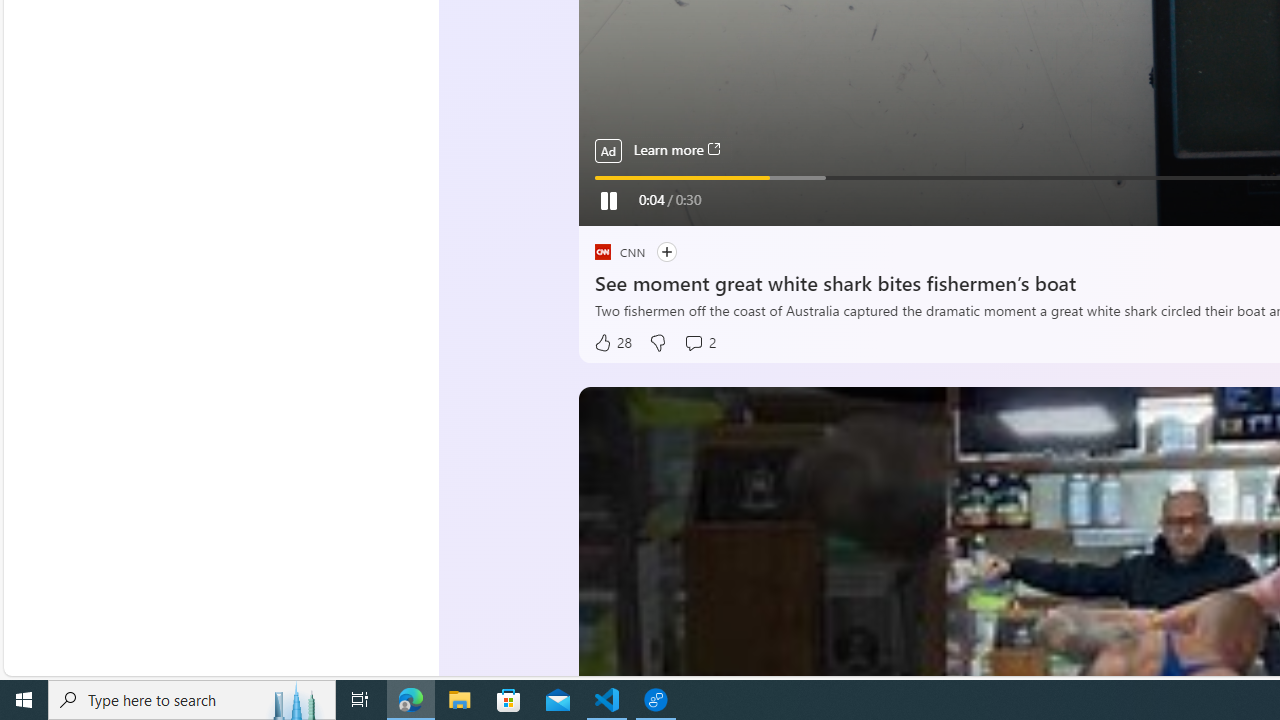 This screenshot has width=1280, height=720. I want to click on 'Learn more', so click(676, 149).